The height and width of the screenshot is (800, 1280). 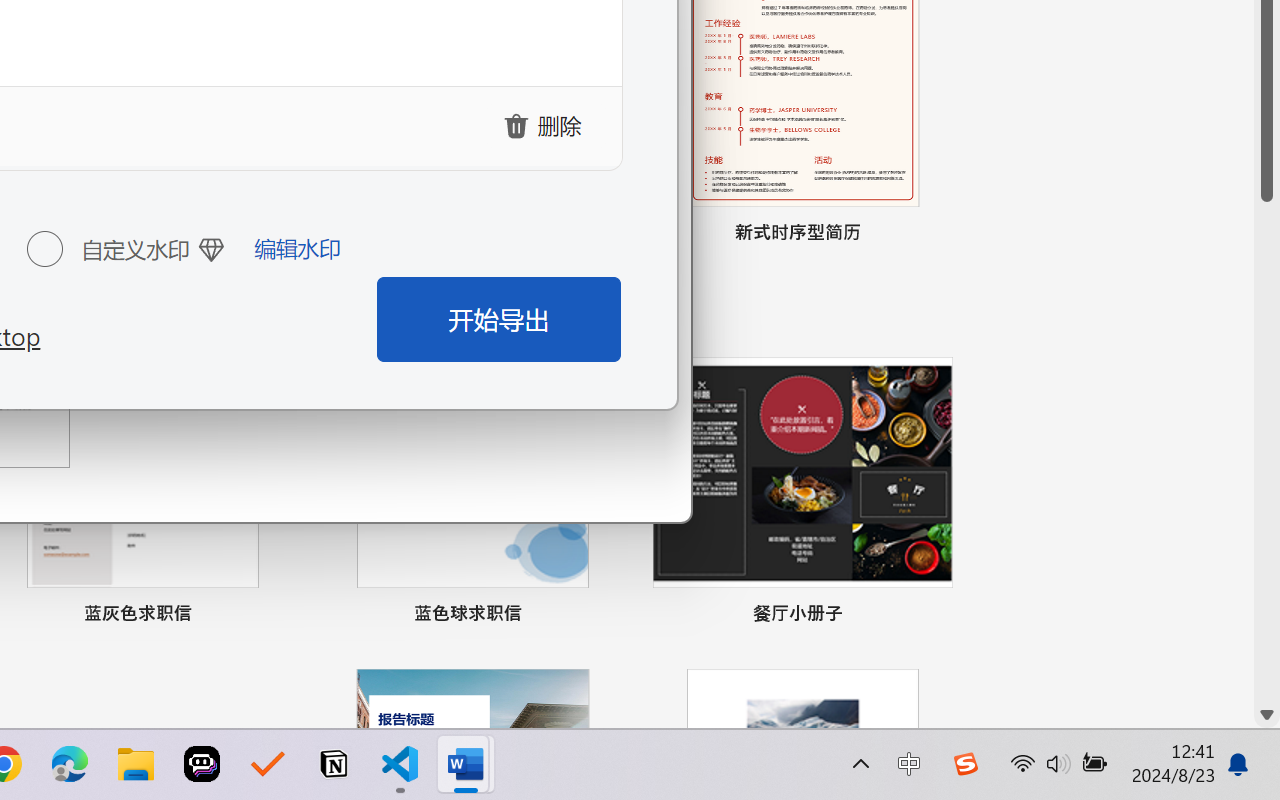 What do you see at coordinates (933, 616) in the screenshot?
I see `'Pin to list'` at bounding box center [933, 616].